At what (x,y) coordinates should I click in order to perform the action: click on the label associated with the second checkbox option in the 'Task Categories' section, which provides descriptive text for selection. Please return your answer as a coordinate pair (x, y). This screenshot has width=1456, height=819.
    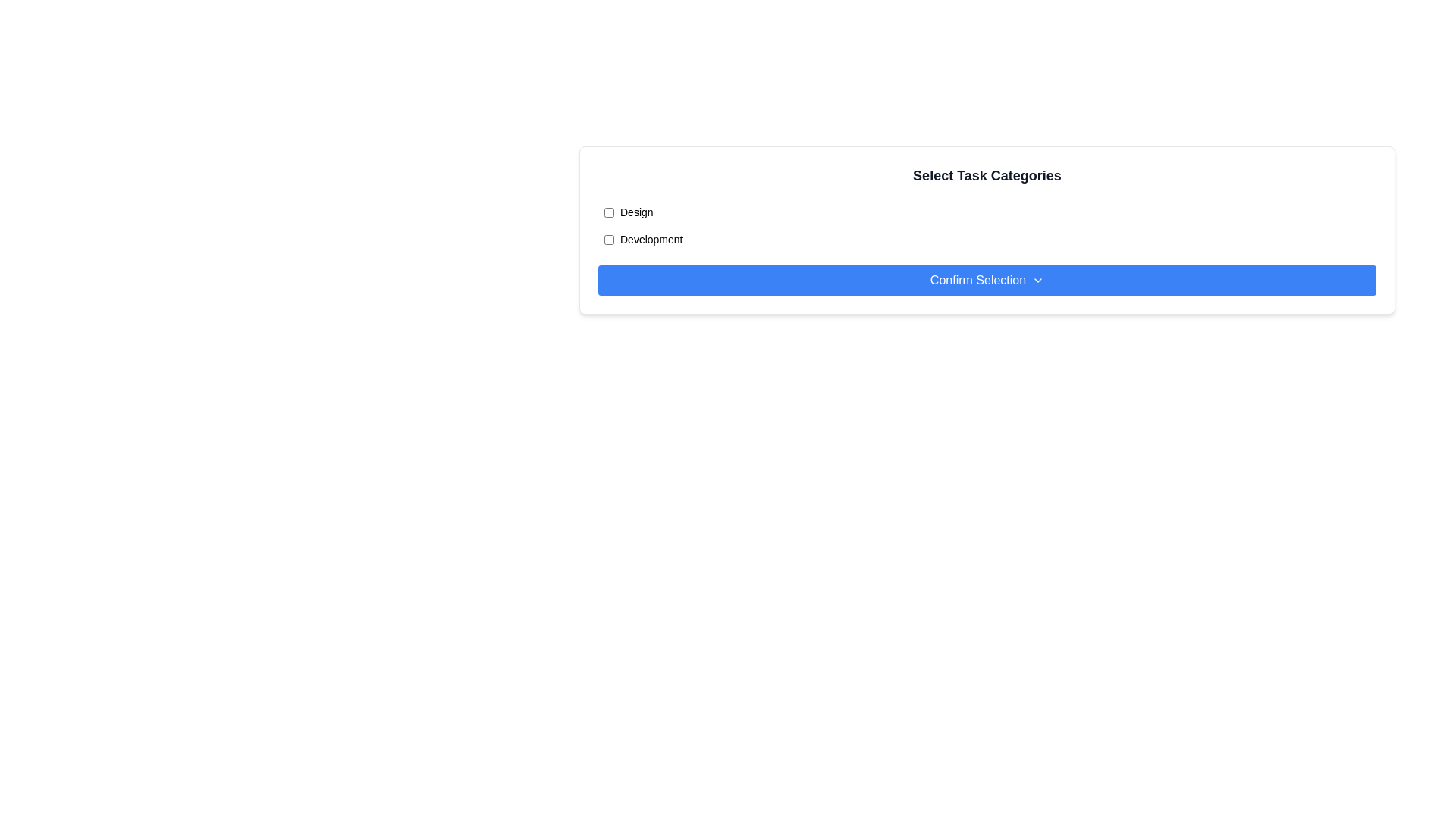
    Looking at the image, I should click on (651, 239).